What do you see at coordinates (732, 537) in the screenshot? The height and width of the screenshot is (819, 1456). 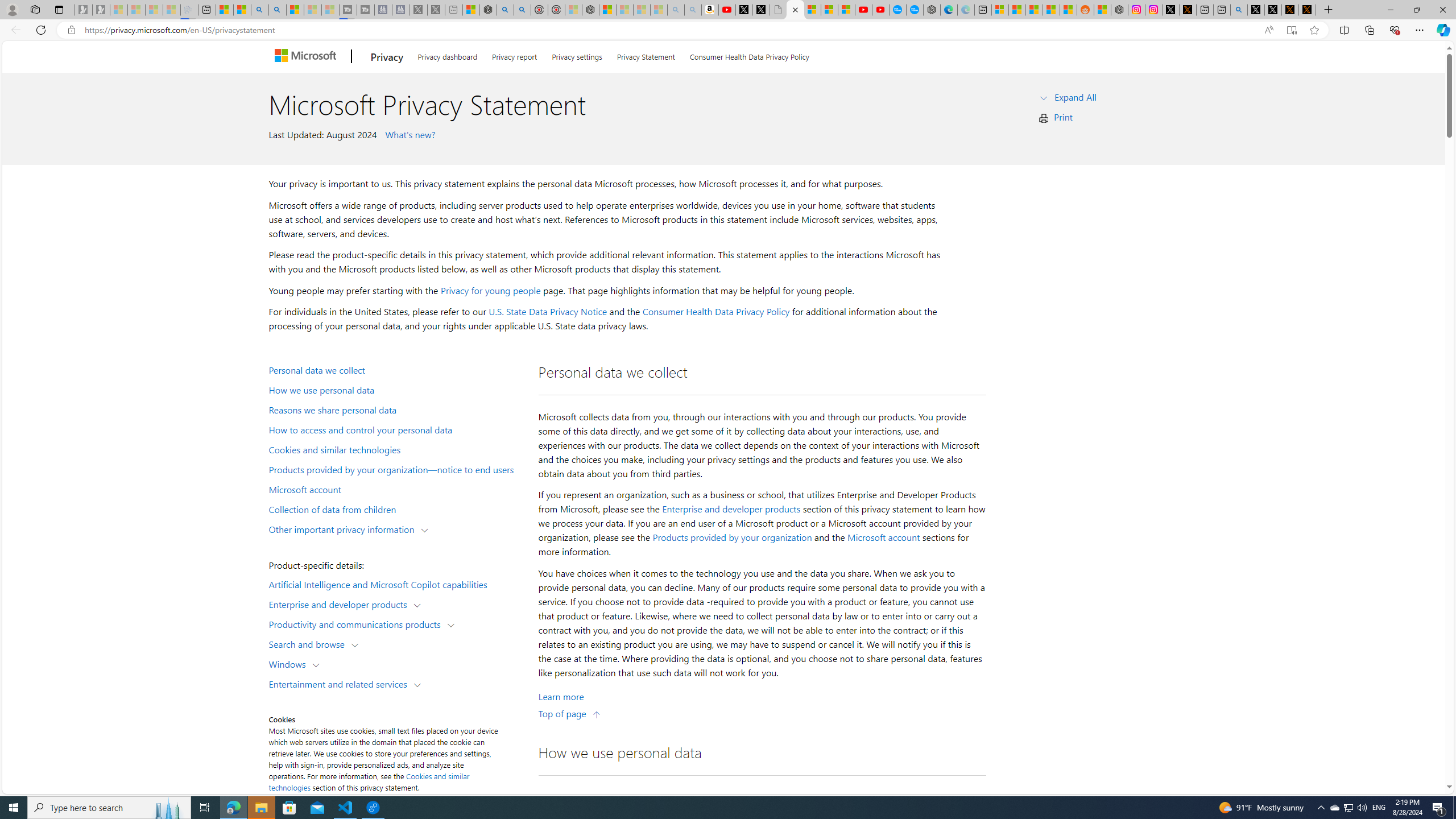 I see `'Products provided by your organization'` at bounding box center [732, 537].